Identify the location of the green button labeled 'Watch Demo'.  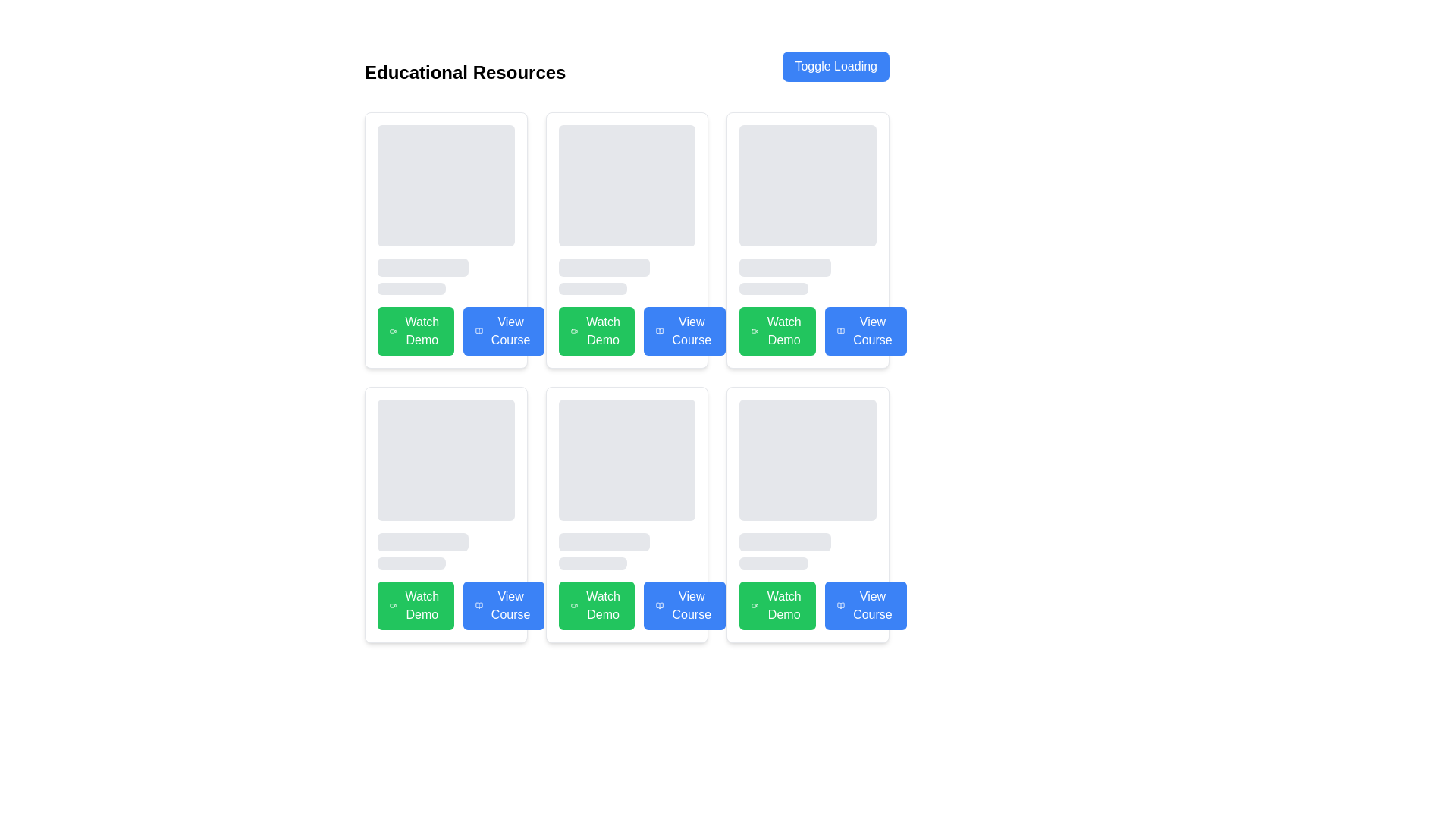
(807, 330).